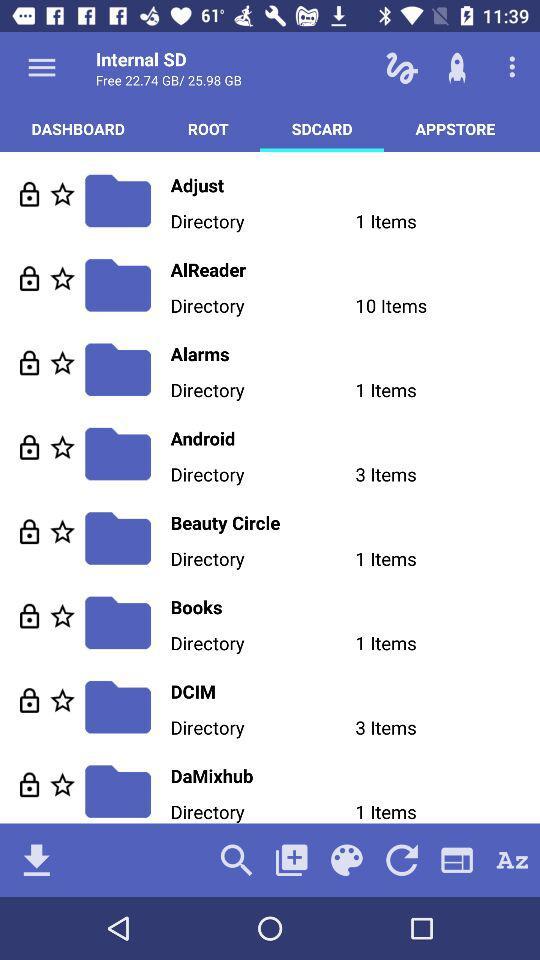 This screenshot has width=540, height=960. What do you see at coordinates (62, 700) in the screenshot?
I see `important to know` at bounding box center [62, 700].